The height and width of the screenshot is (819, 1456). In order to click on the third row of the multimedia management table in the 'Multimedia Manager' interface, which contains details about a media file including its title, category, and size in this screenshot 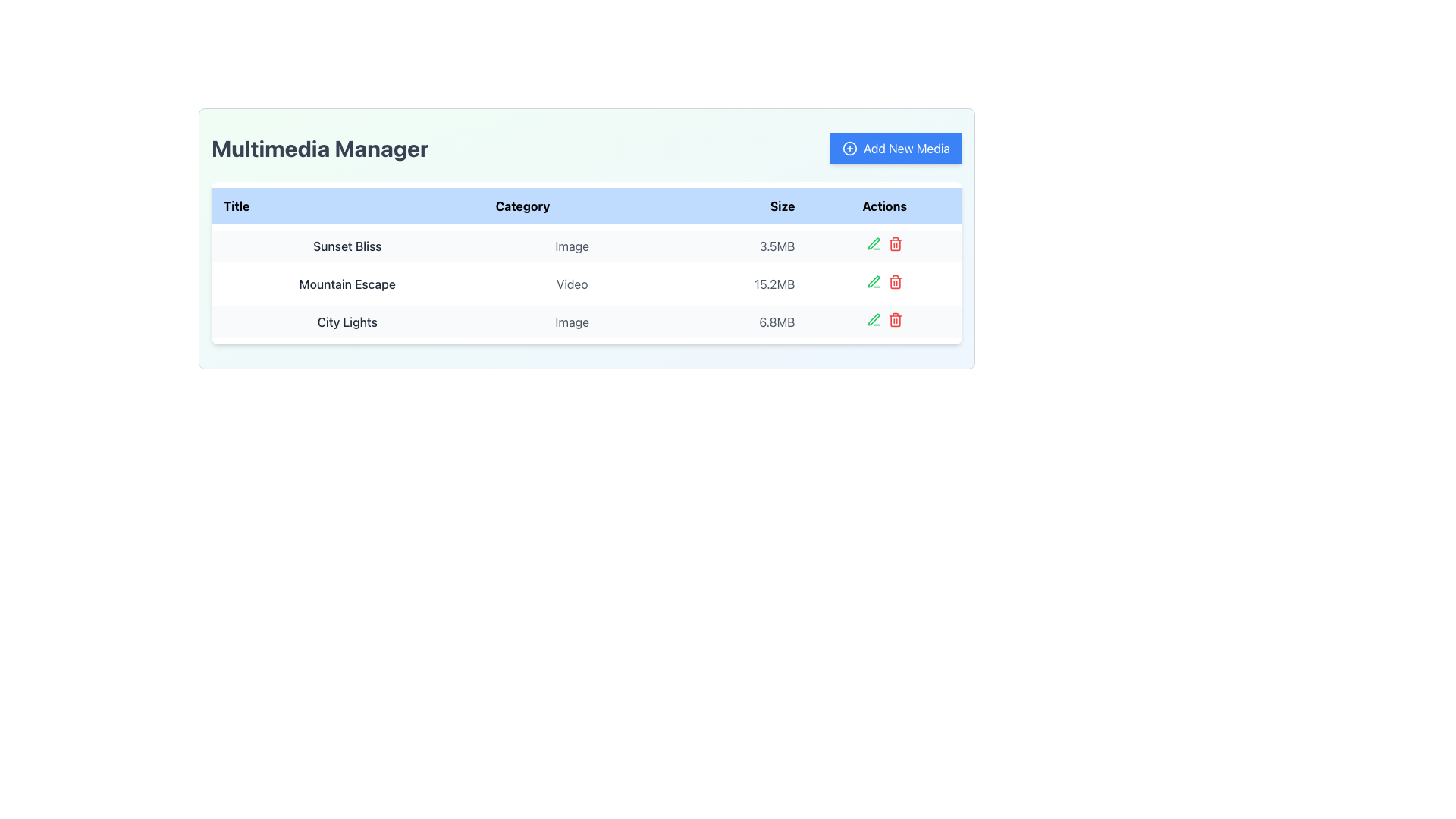, I will do `click(585, 321)`.